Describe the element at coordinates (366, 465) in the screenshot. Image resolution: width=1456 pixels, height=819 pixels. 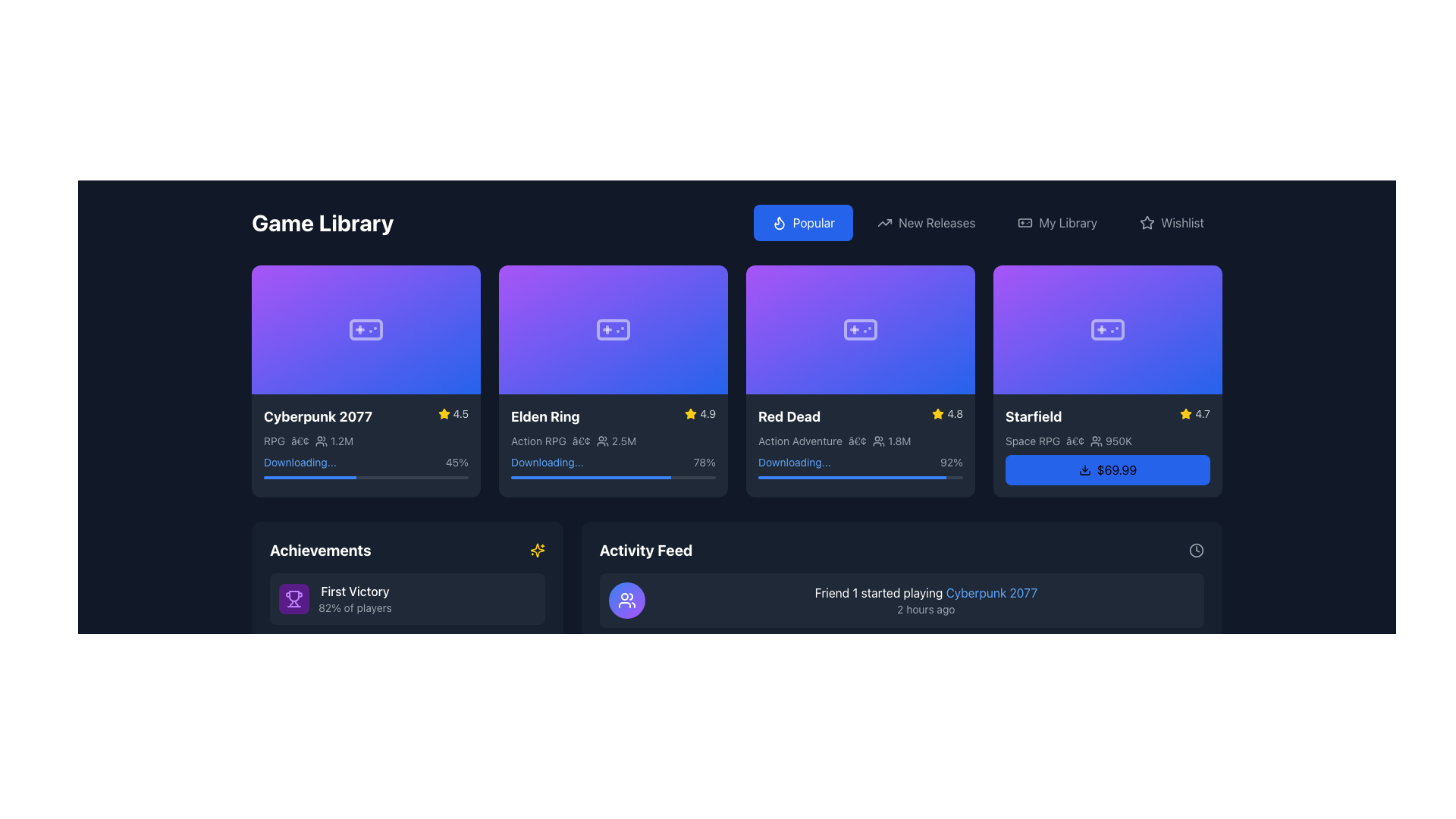
I see `the progress indicator for the download operation of the game 'Cyberpunk 2077', located in the Game Library section below the genre and user count information` at that location.